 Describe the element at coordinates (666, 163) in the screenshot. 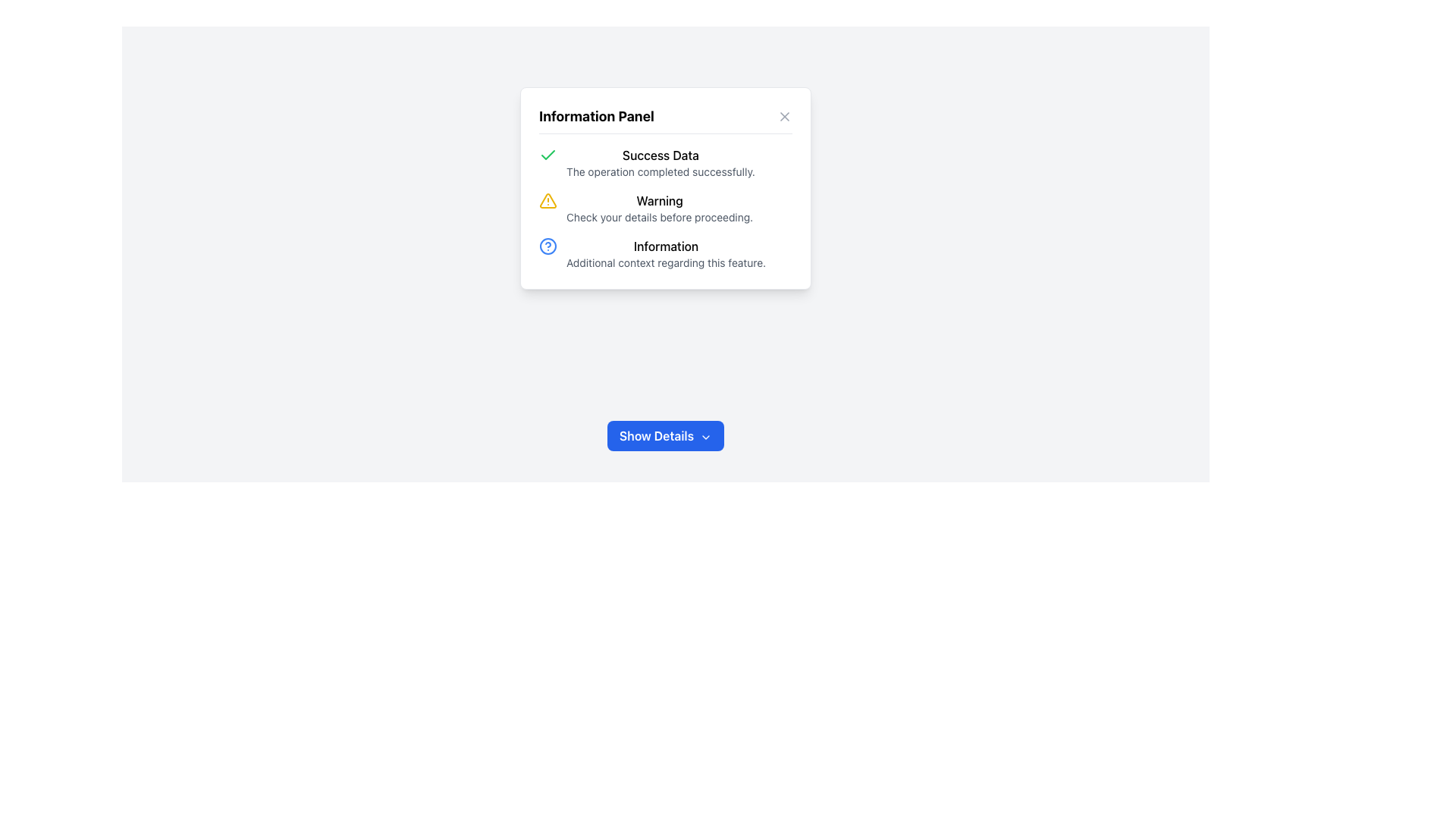

I see `the notification at the top of the notification panel to interact with potential interactive areas` at that location.